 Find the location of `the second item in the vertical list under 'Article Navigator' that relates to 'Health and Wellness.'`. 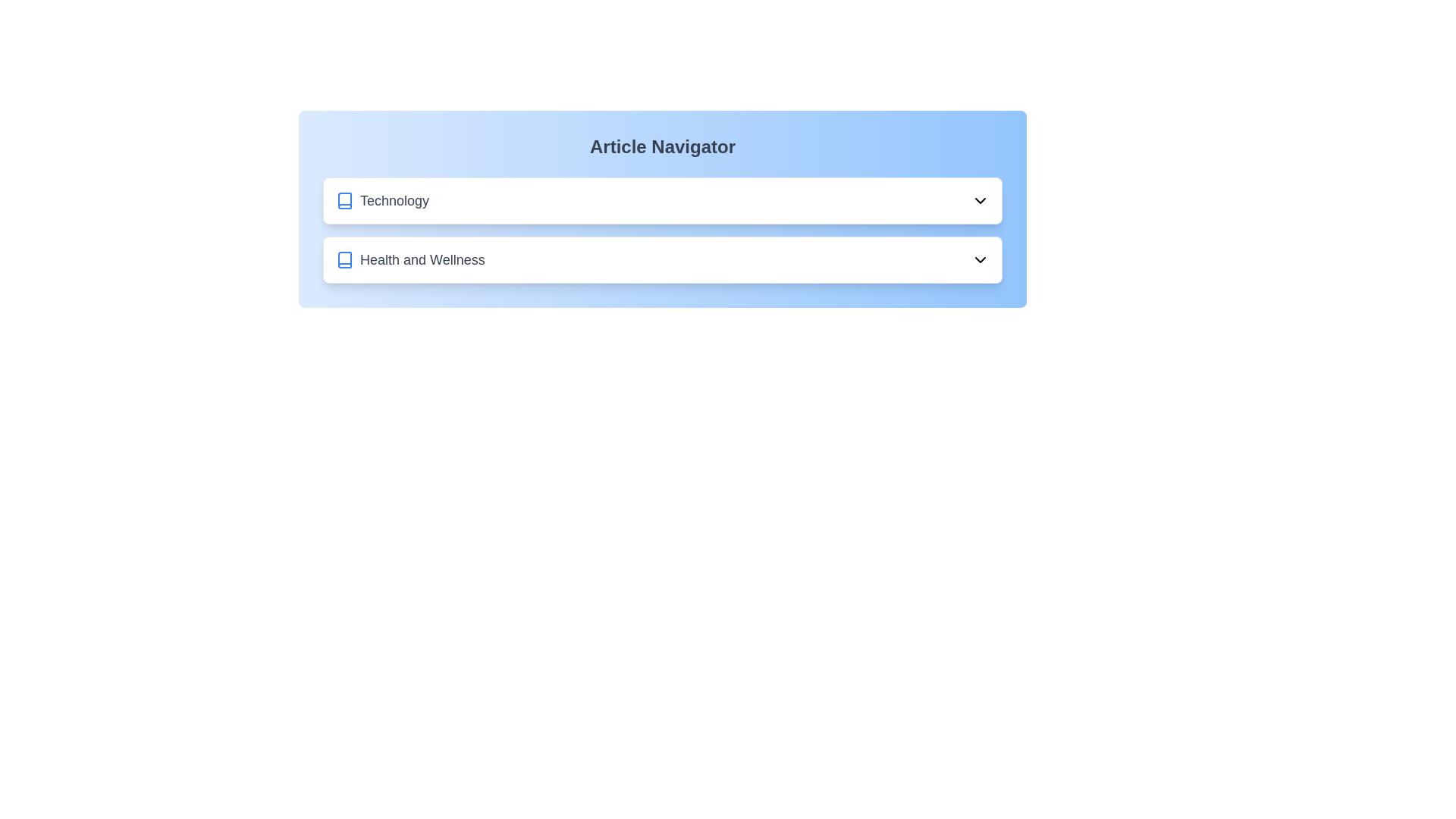

the second item in the vertical list under 'Article Navigator' that relates to 'Health and Wellness.' is located at coordinates (662, 259).